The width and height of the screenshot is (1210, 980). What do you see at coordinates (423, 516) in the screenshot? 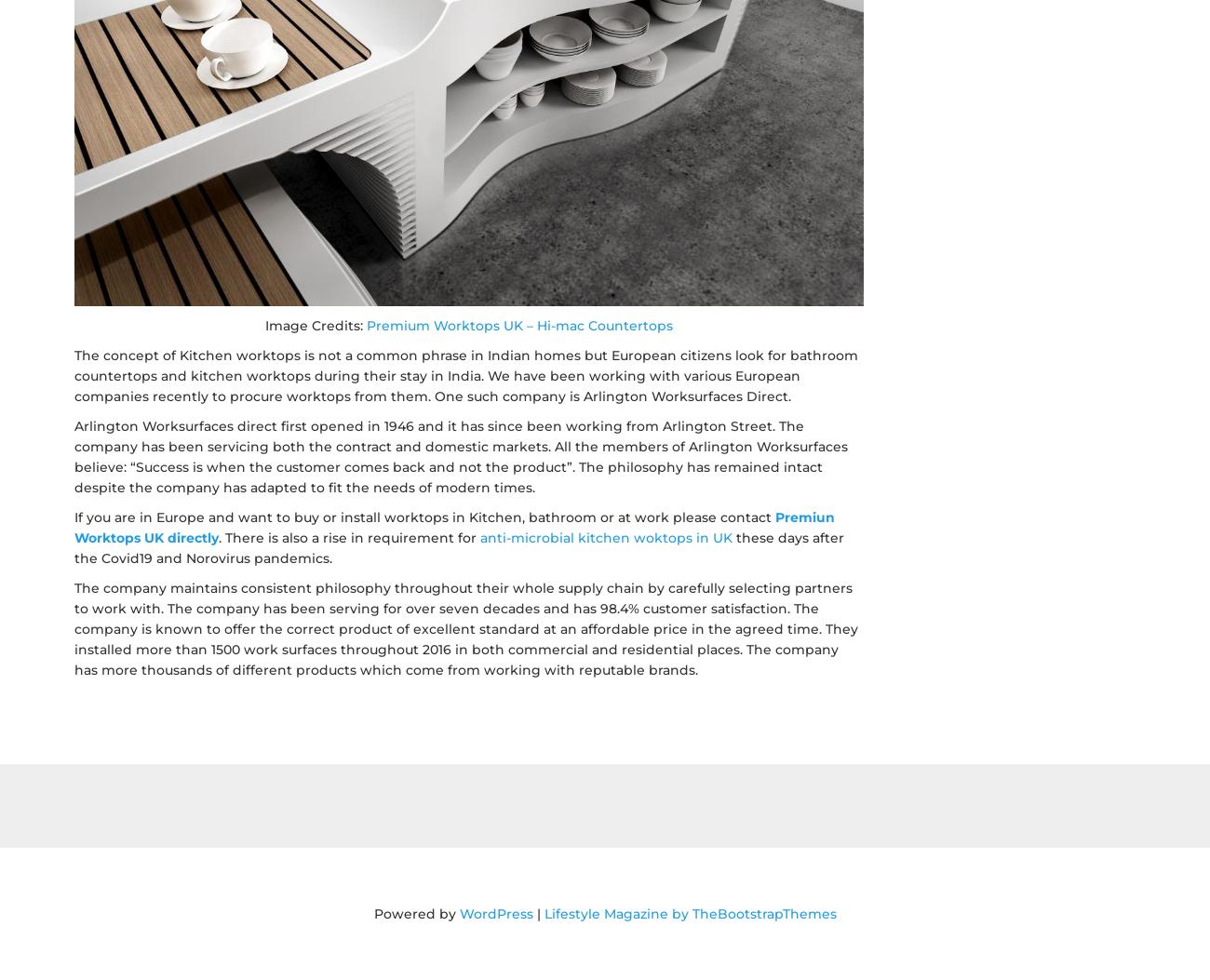
I see `'If you are in Europe and want to buy or install worktops in Kitchen, bathroom or at work please contact'` at bounding box center [423, 516].